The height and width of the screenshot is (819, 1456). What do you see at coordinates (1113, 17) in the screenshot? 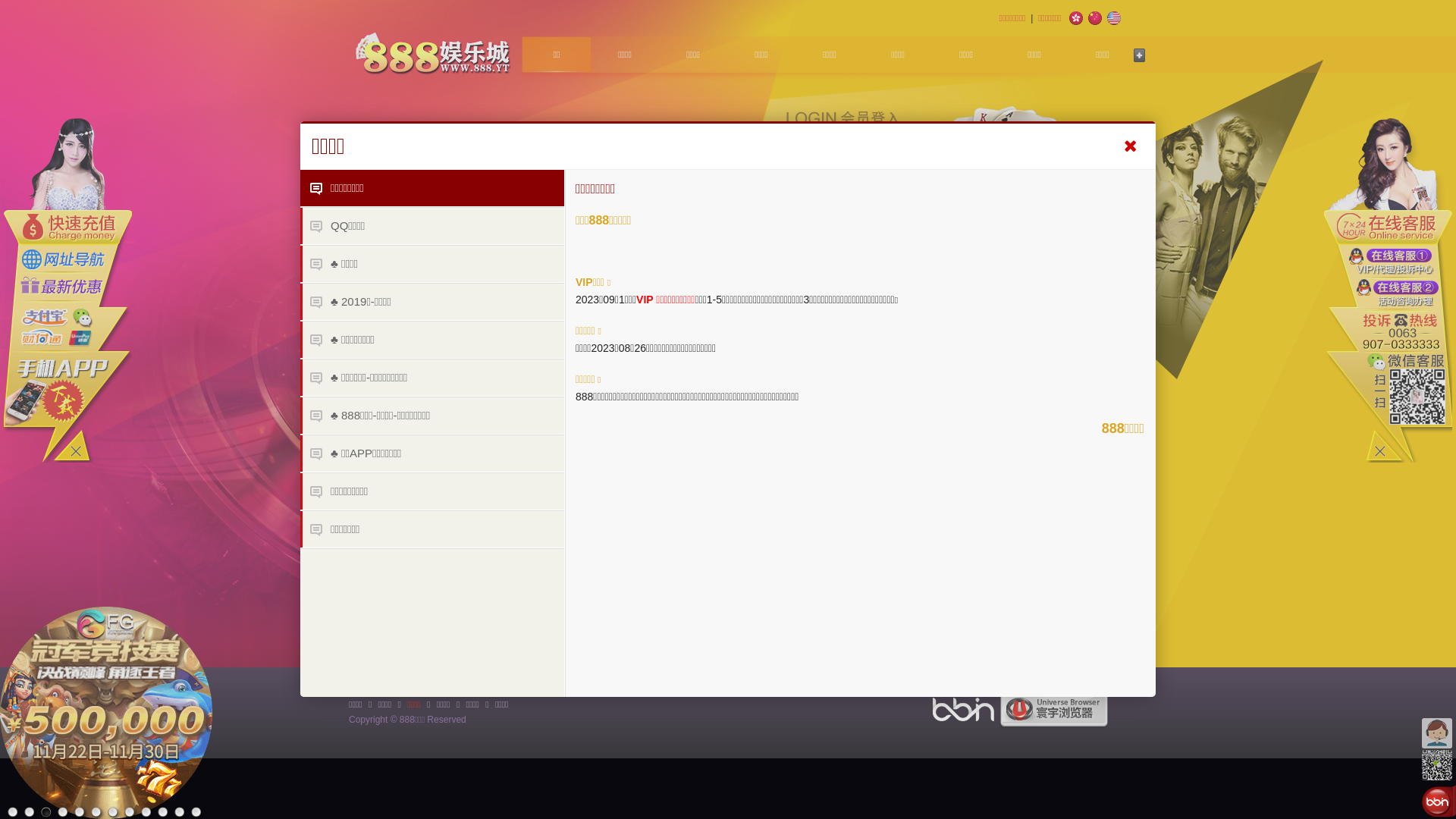
I see `'English'` at bounding box center [1113, 17].